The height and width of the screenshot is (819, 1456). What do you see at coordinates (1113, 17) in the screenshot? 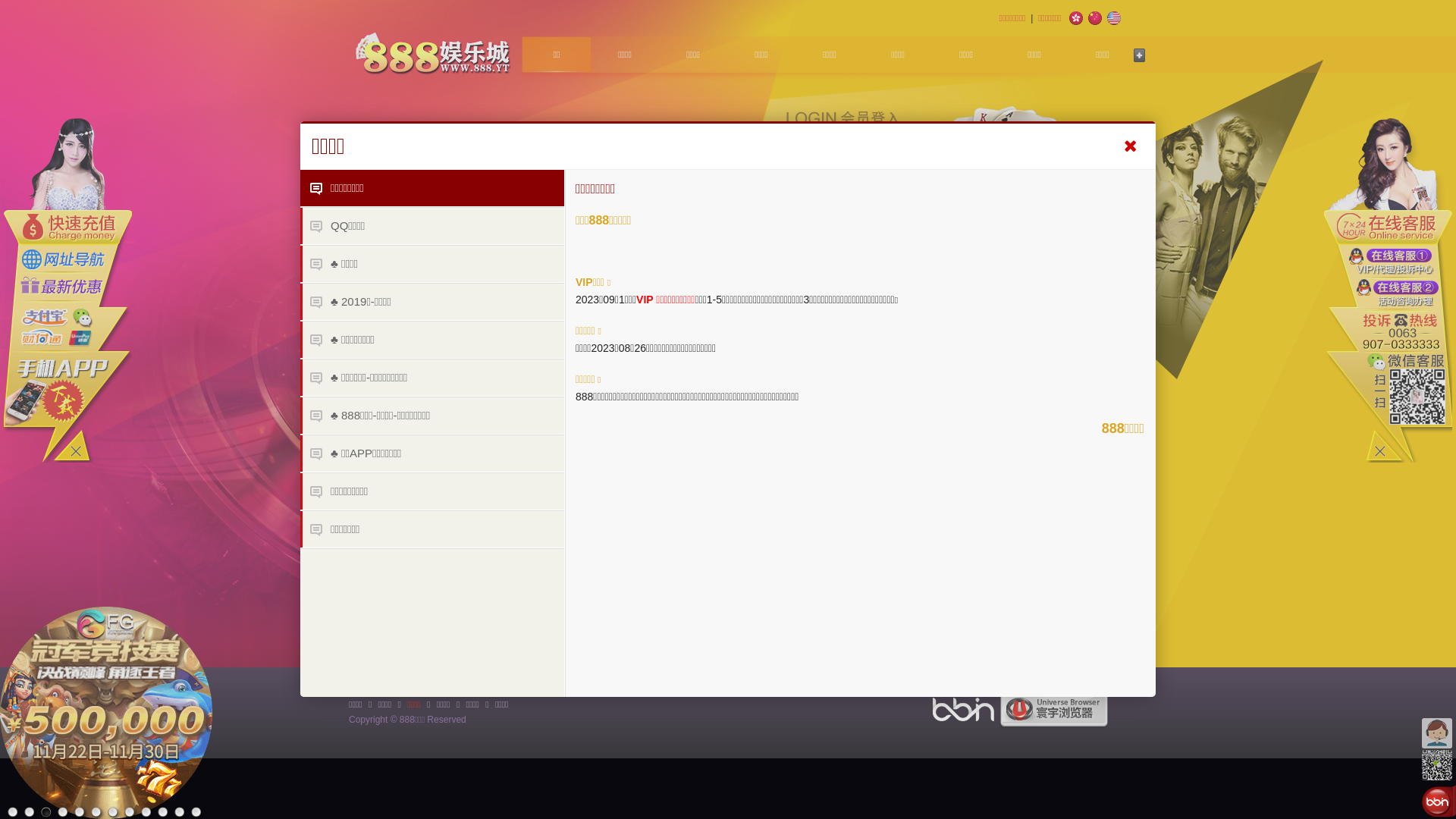
I see `'English'` at bounding box center [1113, 17].